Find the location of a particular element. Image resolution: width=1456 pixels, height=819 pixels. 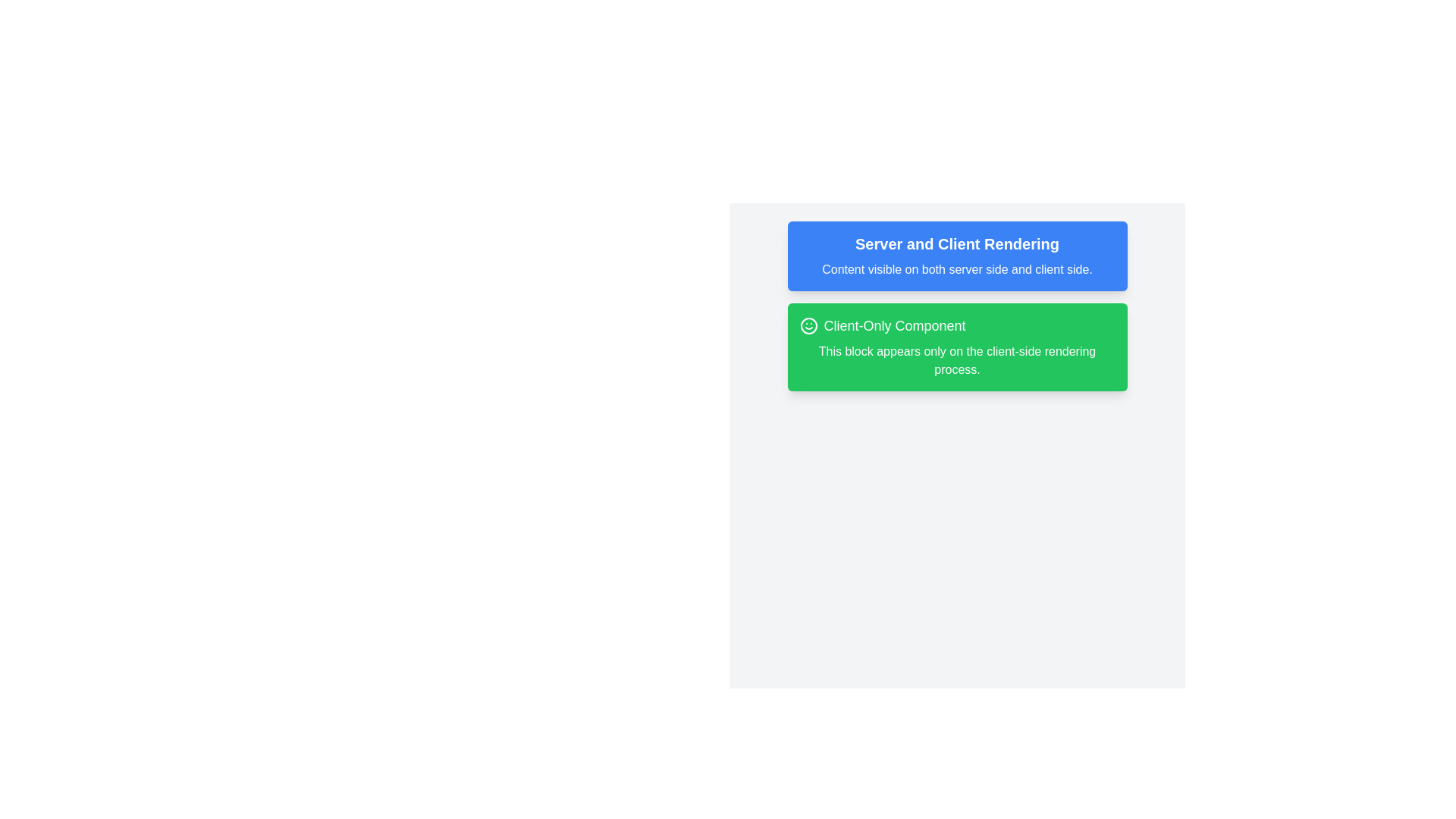

information displayed in the green informational block titled 'Client-Only Component' with a white smiley face icon located to the left of the title is located at coordinates (956, 347).